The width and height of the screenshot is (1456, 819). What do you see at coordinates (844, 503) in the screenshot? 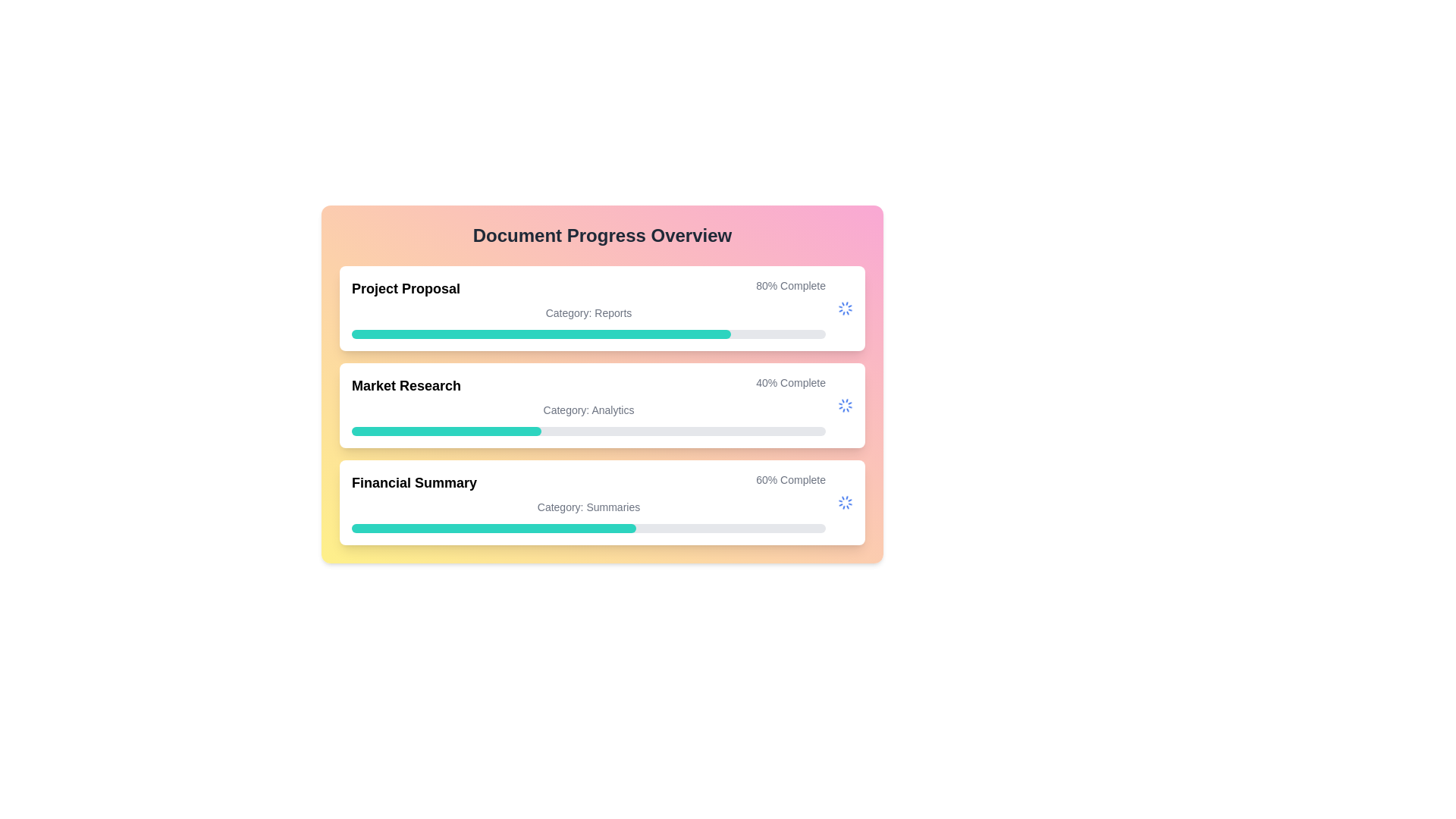
I see `the rotating loader/spinner icon styled as a blue circular spinner located to the right of the '60% Complete' text in the 'Financial Summary' section` at bounding box center [844, 503].